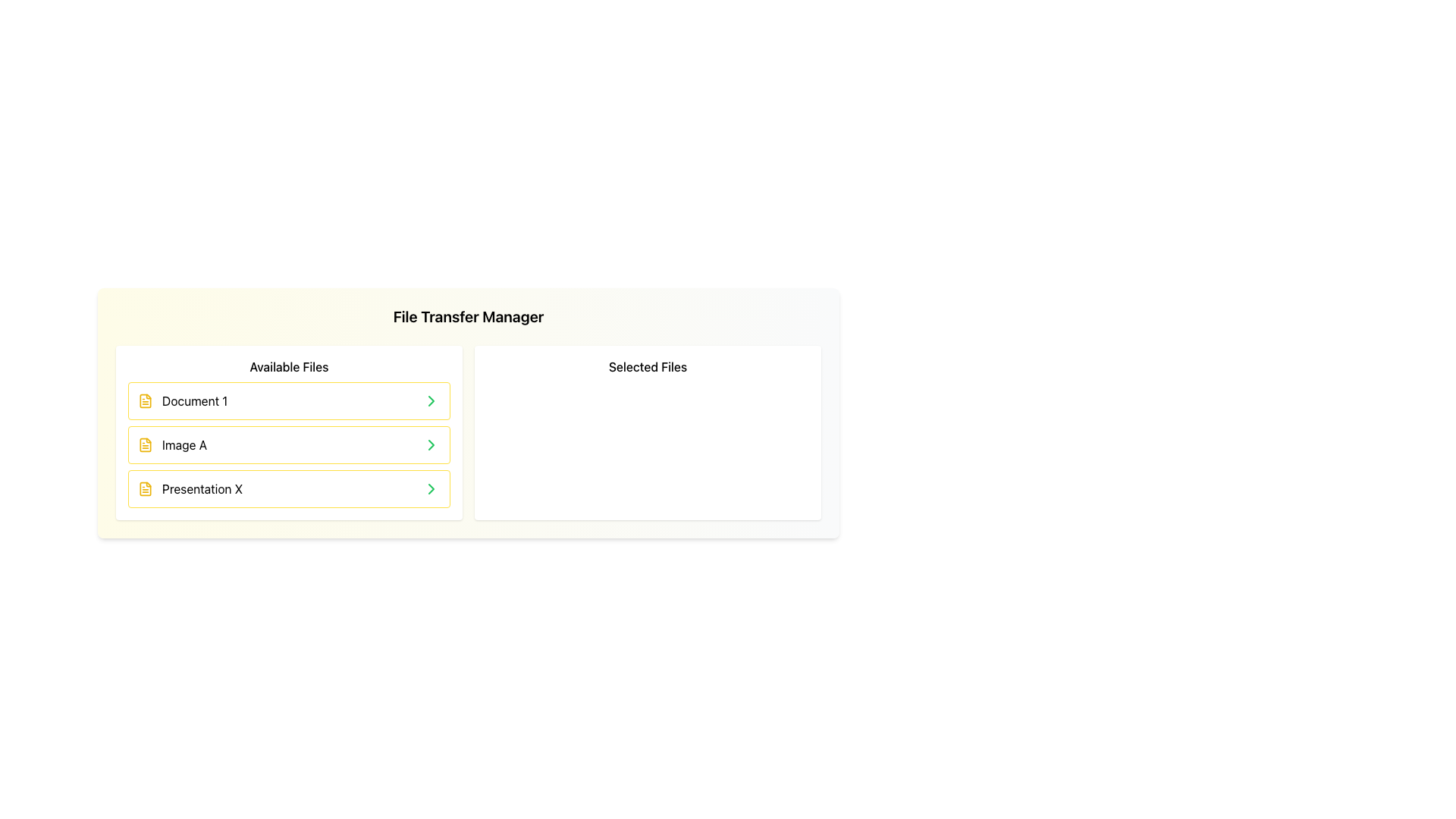 The image size is (1456, 819). What do you see at coordinates (146, 400) in the screenshot?
I see `the yellow document-style icon associated with the first file entry labeled 'Document 1' in the 'Available Files' section` at bounding box center [146, 400].